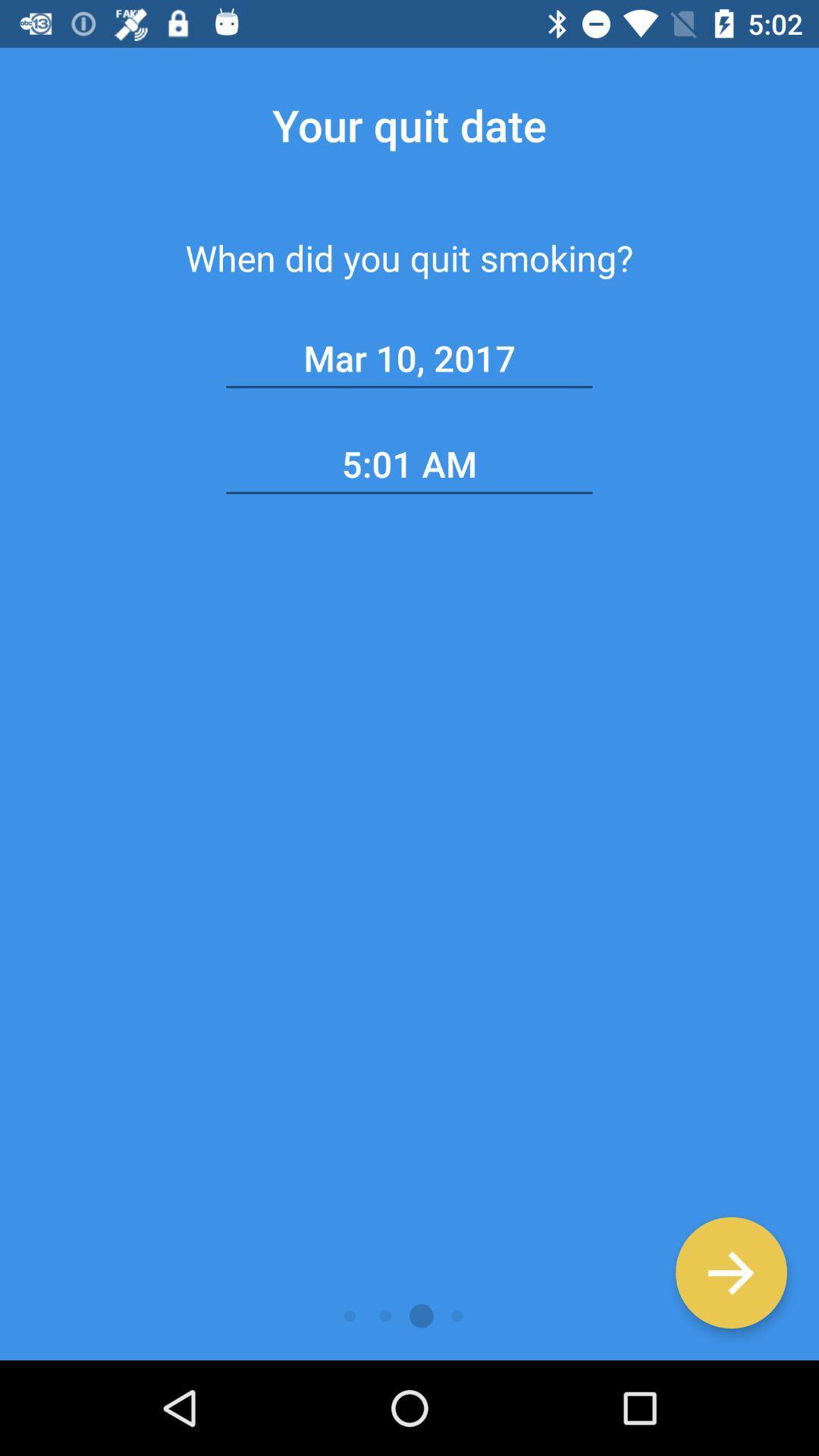 The height and width of the screenshot is (1456, 819). What do you see at coordinates (409, 358) in the screenshot?
I see `the icon above 5:01 am icon` at bounding box center [409, 358].